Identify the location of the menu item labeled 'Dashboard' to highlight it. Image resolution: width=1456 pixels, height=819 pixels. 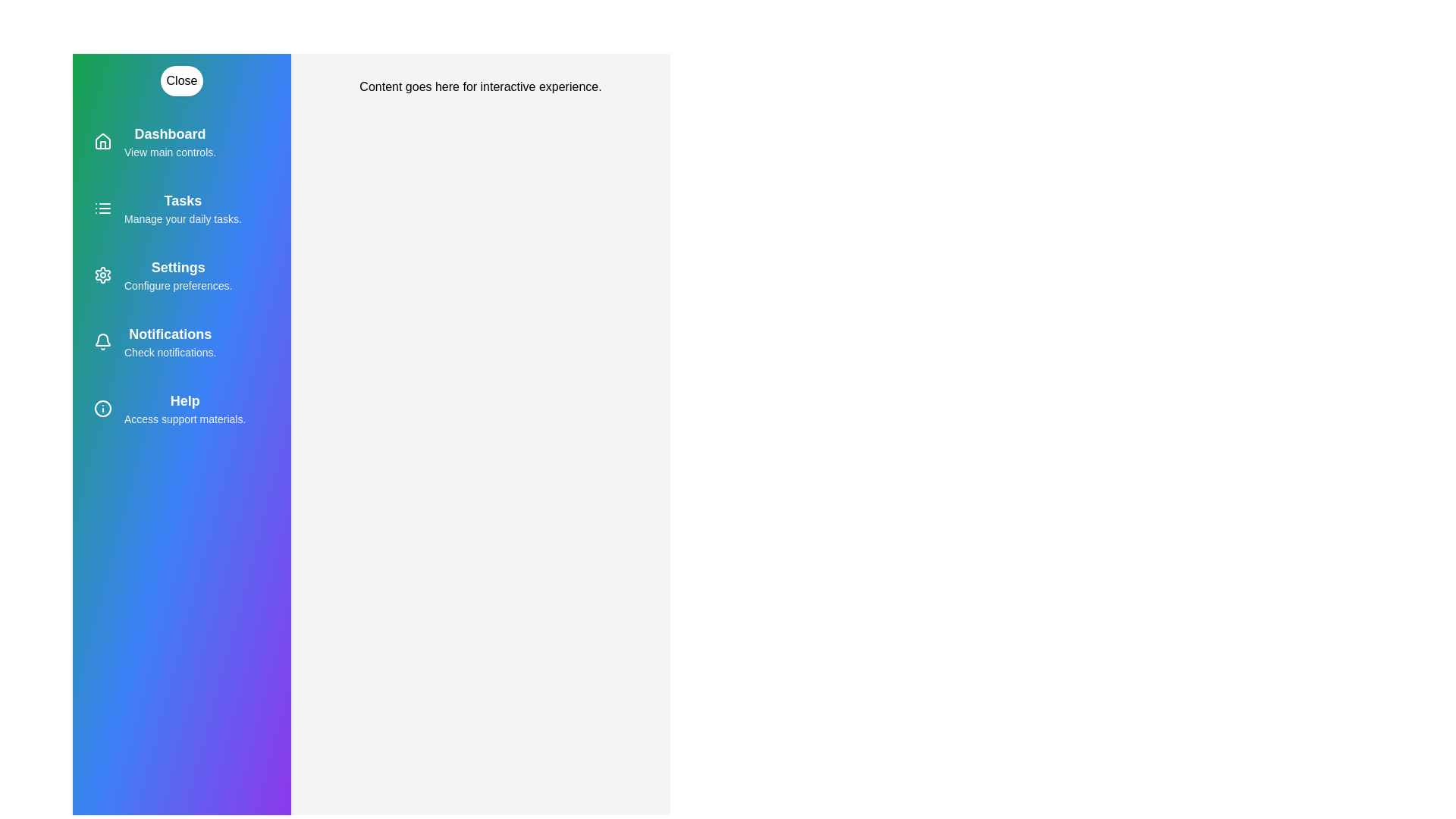
(182, 141).